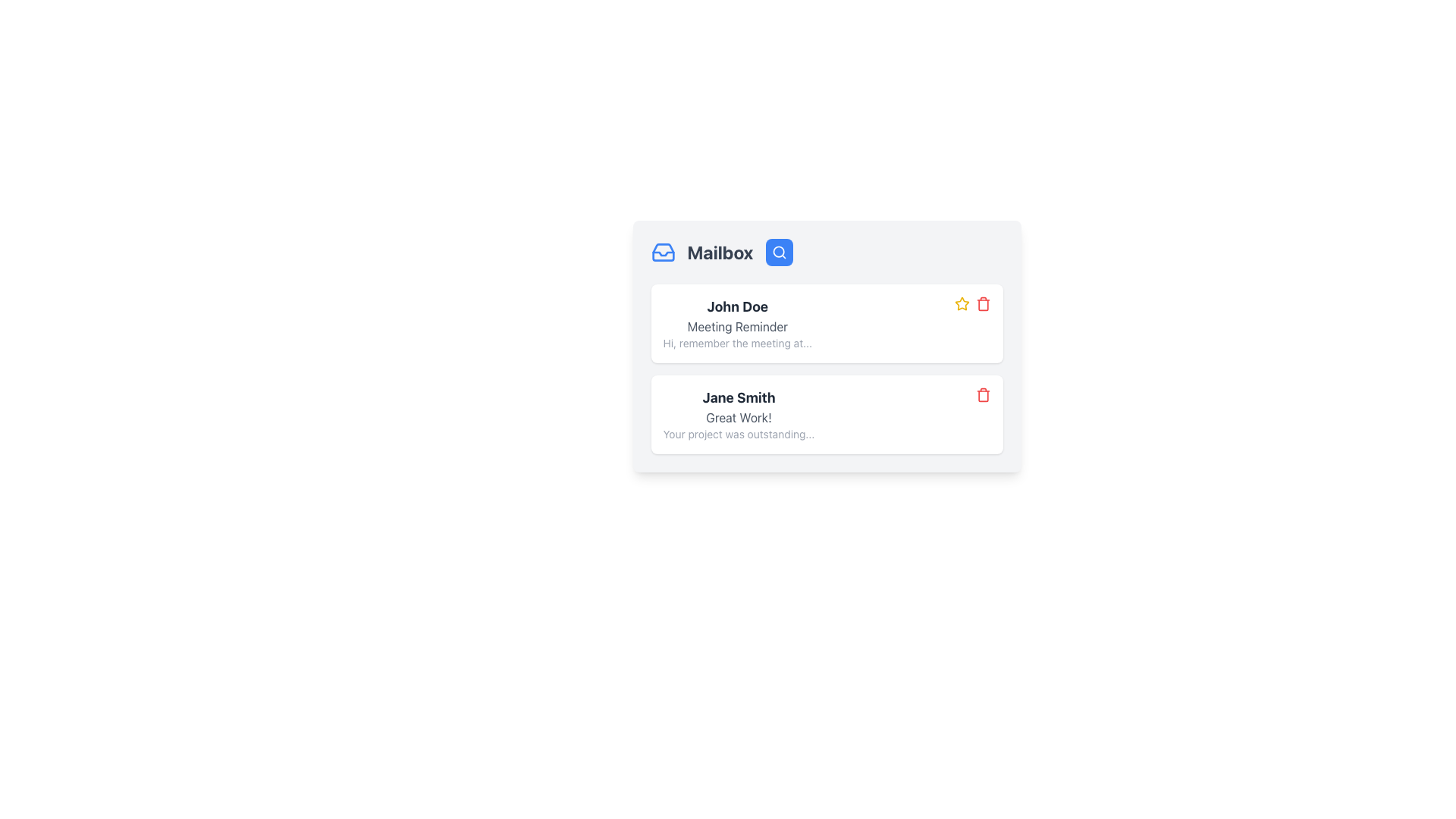 This screenshot has width=1456, height=819. I want to click on the yellow star icon, which has a white interior and is located to the right of 'John Doe' in the message summary card, so click(961, 303).